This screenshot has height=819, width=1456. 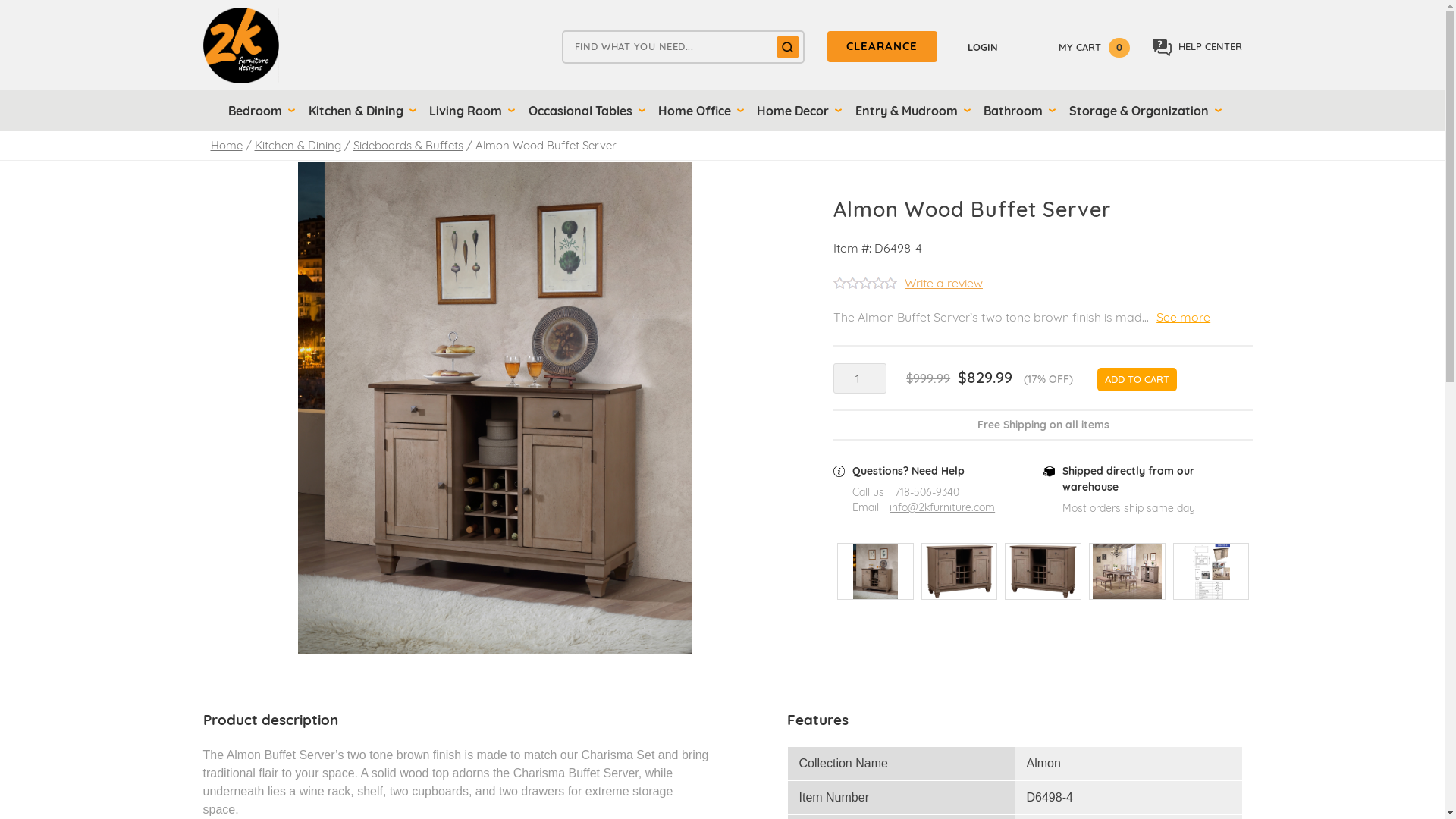 I want to click on 'ADD TO CART', so click(x=1137, y=379).